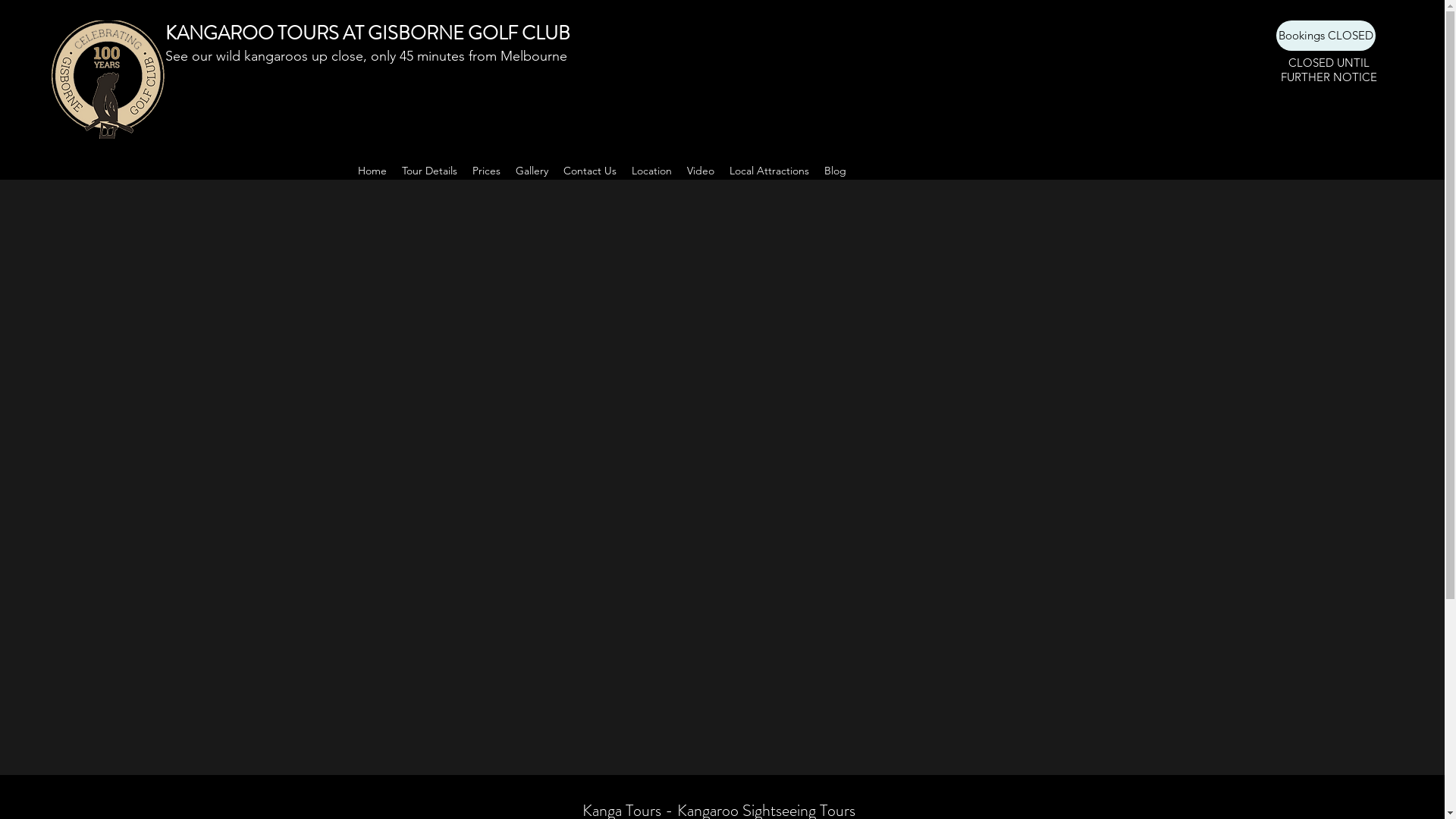 The image size is (1456, 819). What do you see at coordinates (720, 455) in the screenshot?
I see `'Google Maps'` at bounding box center [720, 455].